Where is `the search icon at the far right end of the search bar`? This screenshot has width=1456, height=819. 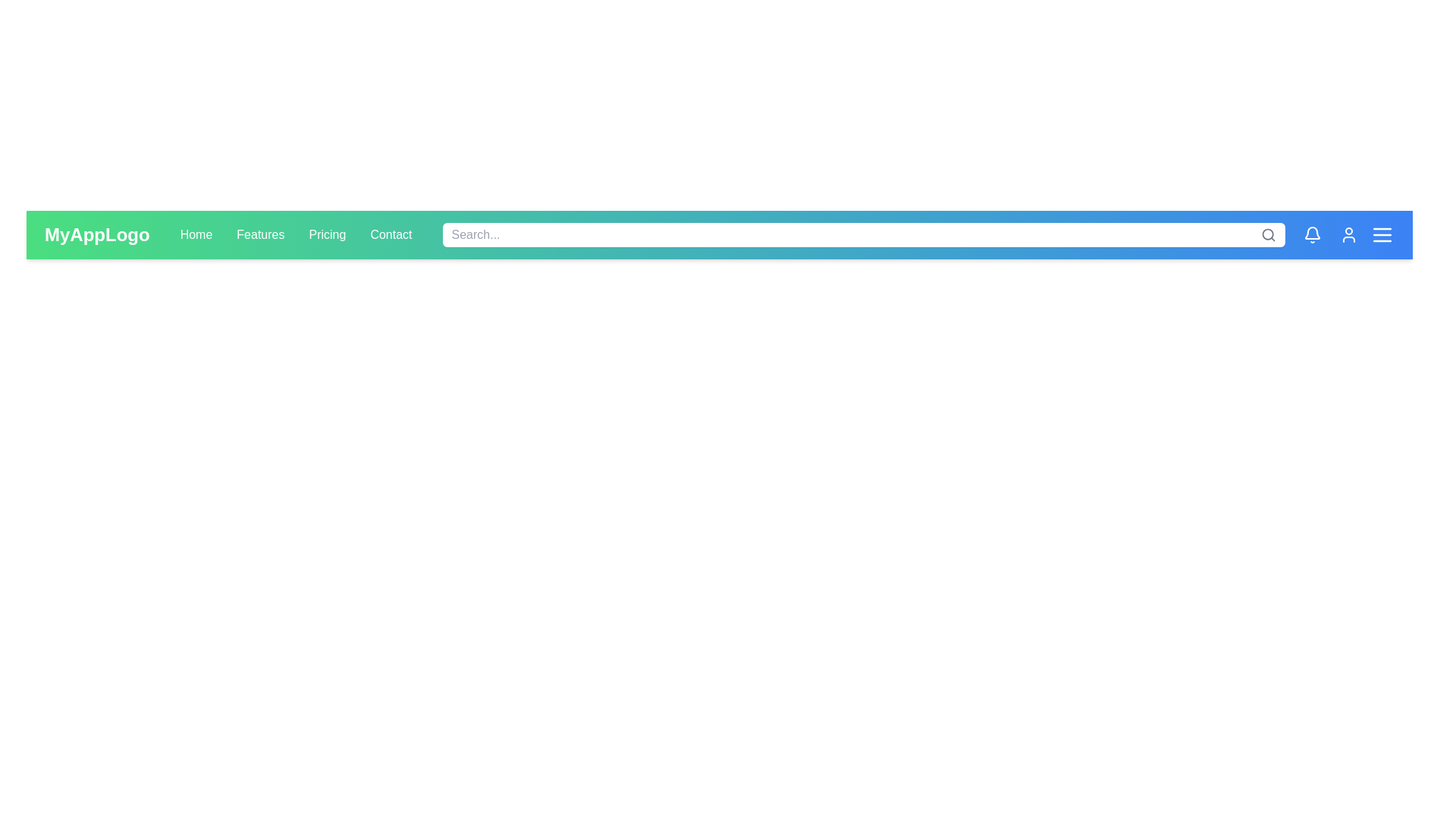
the search icon at the far right end of the search bar is located at coordinates (1269, 234).